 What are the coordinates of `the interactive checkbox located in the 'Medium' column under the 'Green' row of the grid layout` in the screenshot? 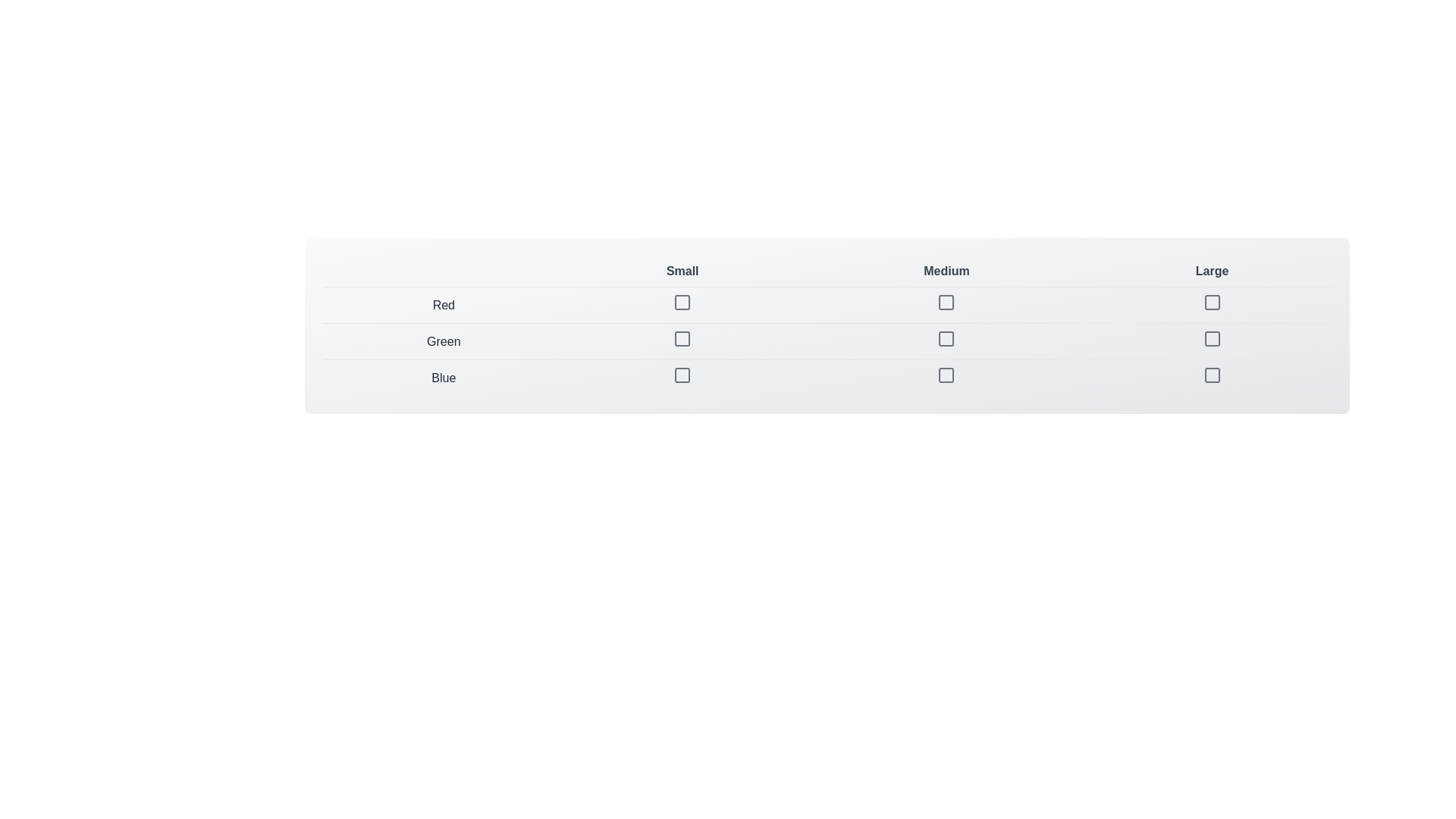 It's located at (946, 338).